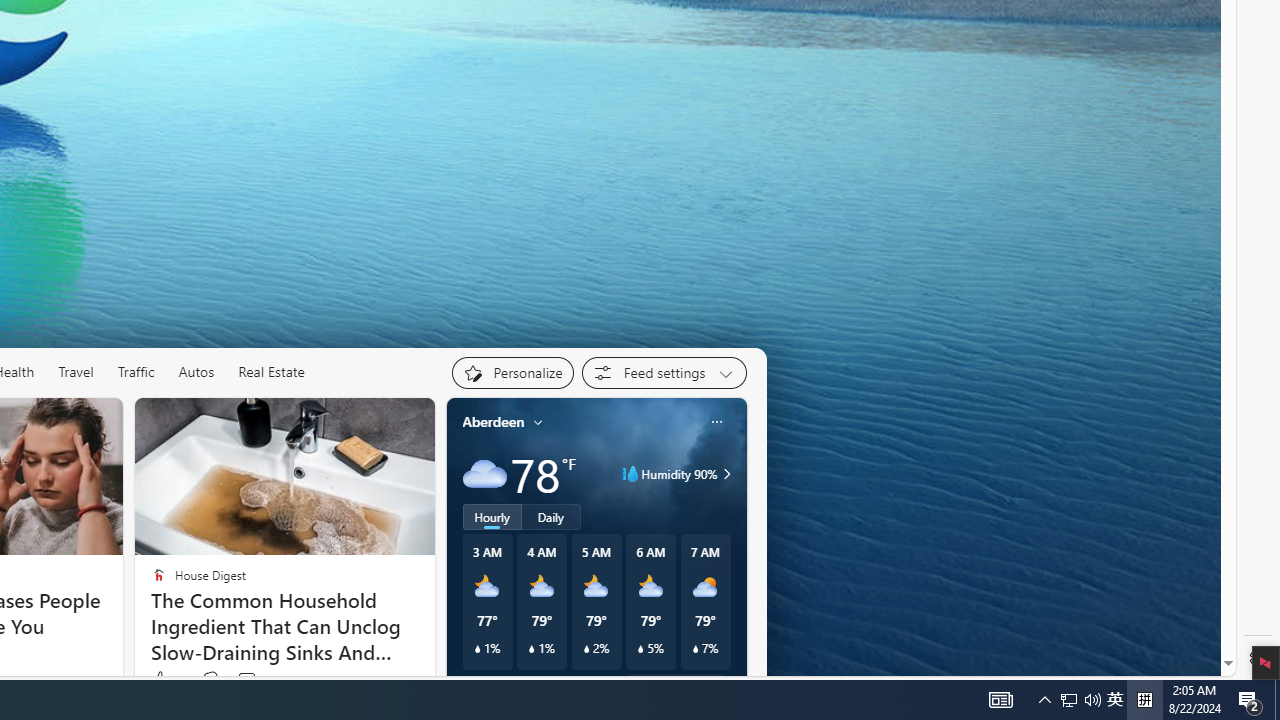 This screenshot has width=1280, height=720. What do you see at coordinates (675, 684) in the screenshot?
I see `'See full forecast'` at bounding box center [675, 684].